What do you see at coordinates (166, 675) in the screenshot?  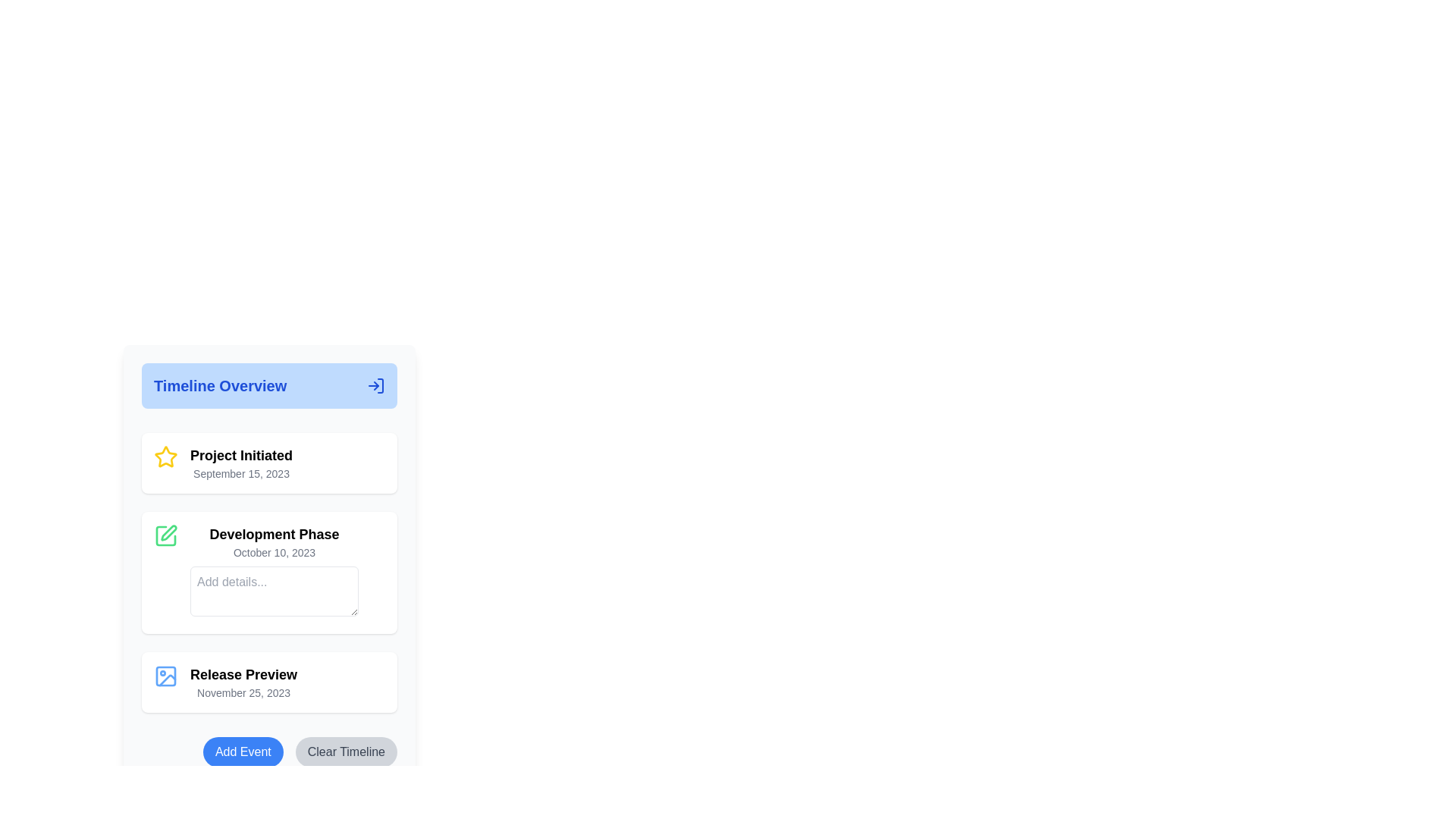 I see `the blue-colored image icon with a thin border, located at the top-left corner of the 'Release Preview' entry in the 'Timeline Overview' section` at bounding box center [166, 675].